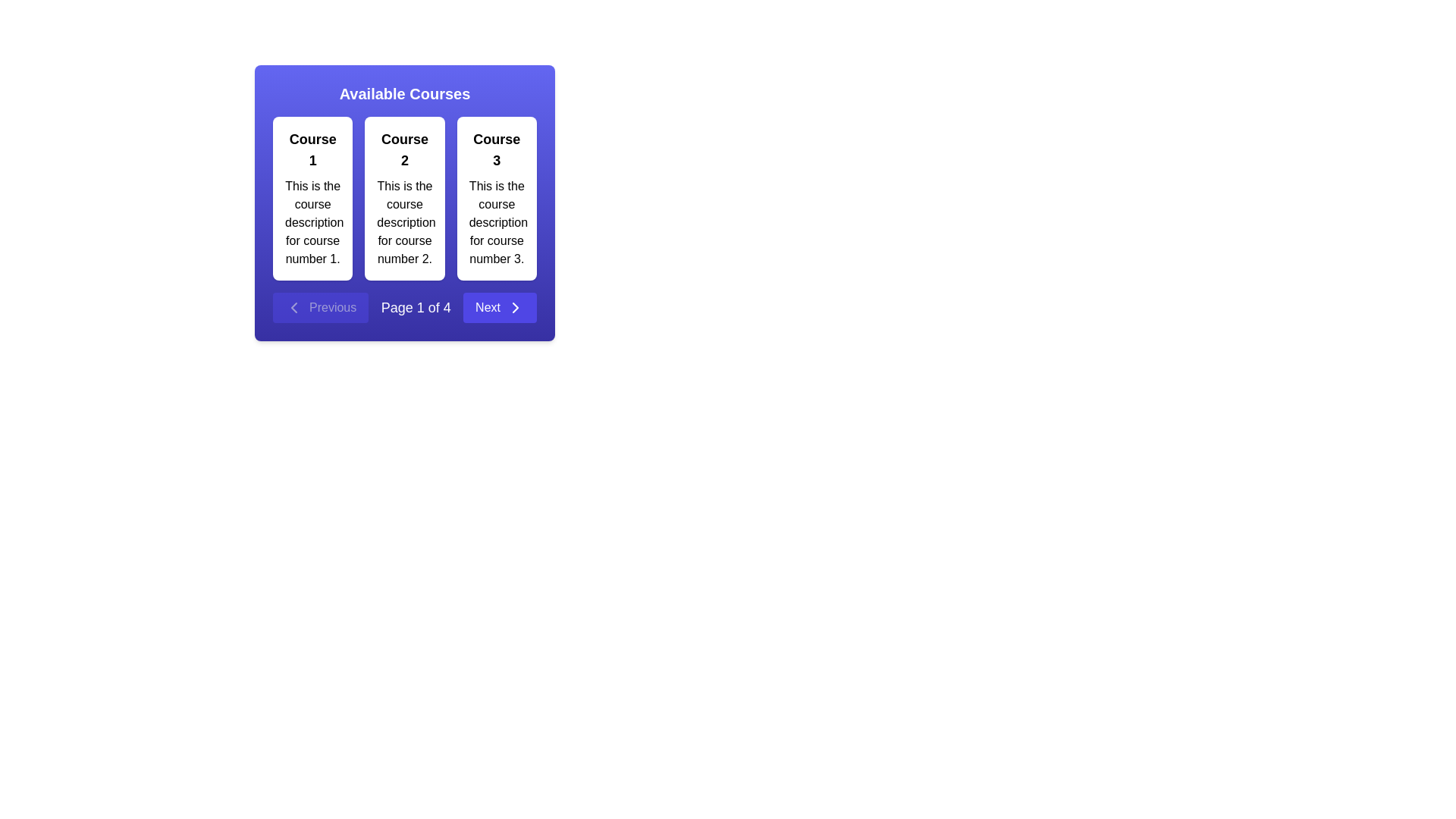 This screenshot has height=819, width=1456. I want to click on the textual description for 'Course 1' located in the first card of the course list, situated below the title, so click(312, 222).